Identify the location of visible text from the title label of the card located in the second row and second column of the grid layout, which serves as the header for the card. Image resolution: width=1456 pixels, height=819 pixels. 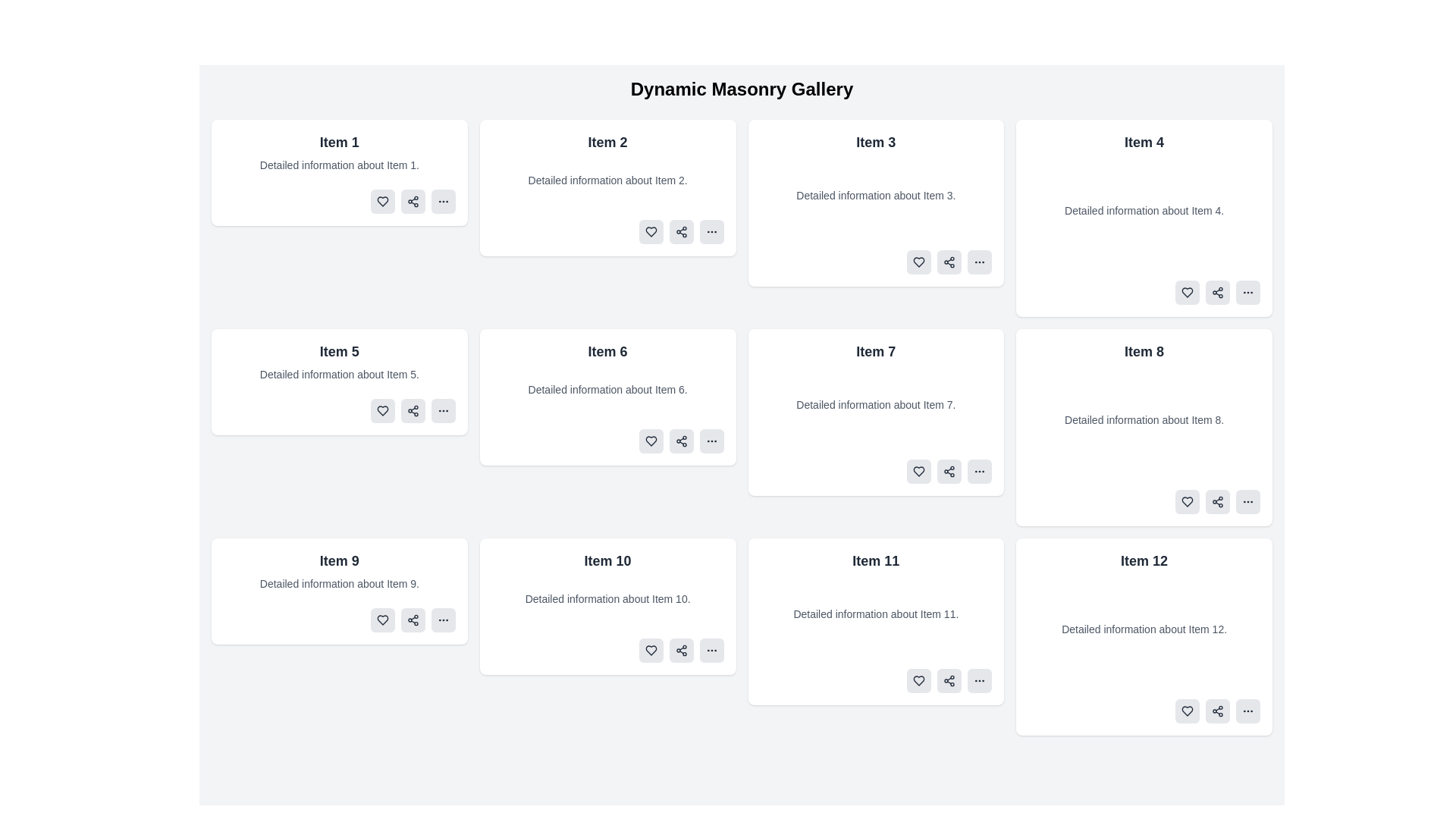
(607, 351).